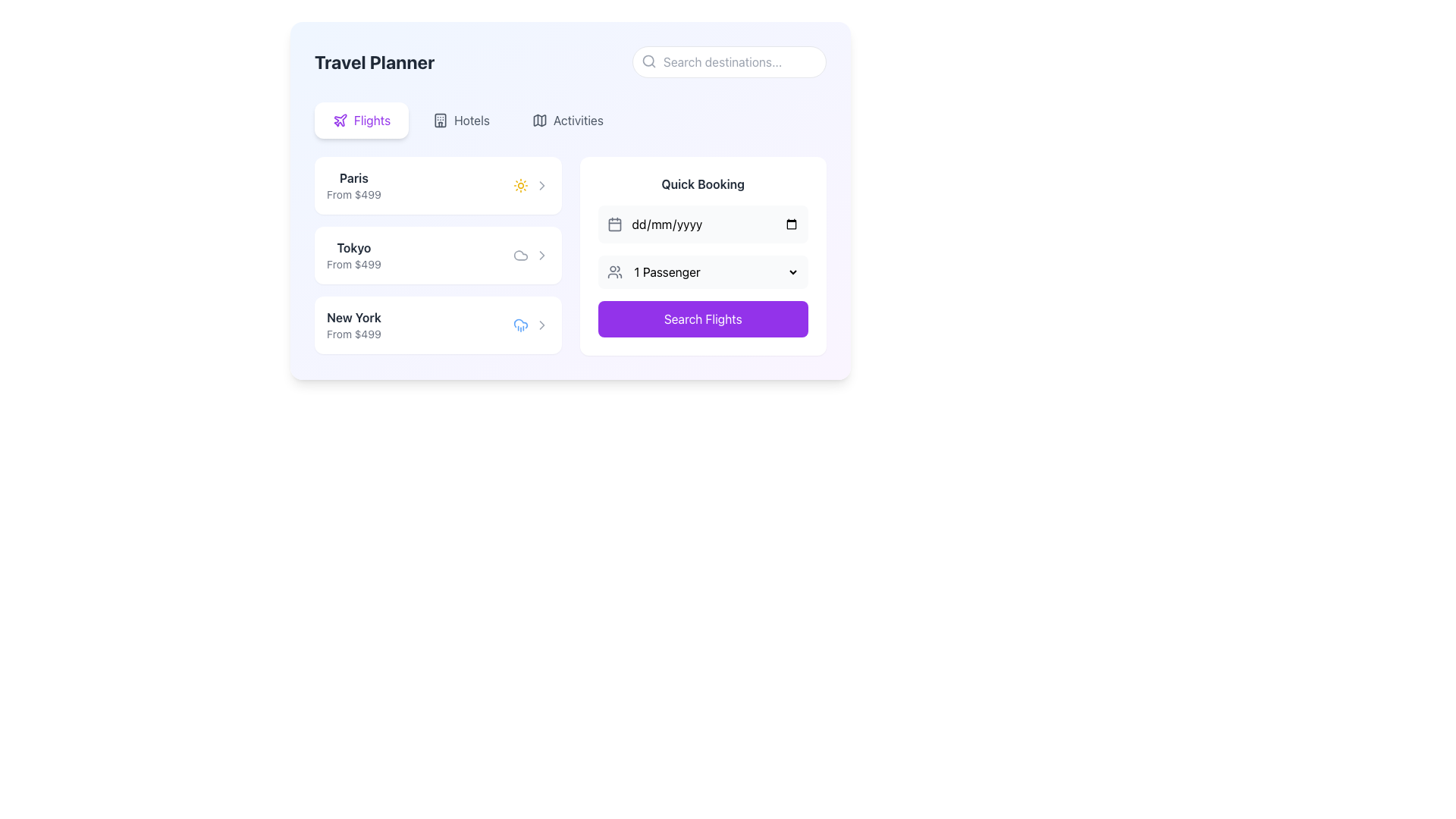 The height and width of the screenshot is (819, 1456). I want to click on the text block displaying 'New York' in bold with the smaller text 'From $499' below it, located in the left card block of the application layout, so click(353, 324).